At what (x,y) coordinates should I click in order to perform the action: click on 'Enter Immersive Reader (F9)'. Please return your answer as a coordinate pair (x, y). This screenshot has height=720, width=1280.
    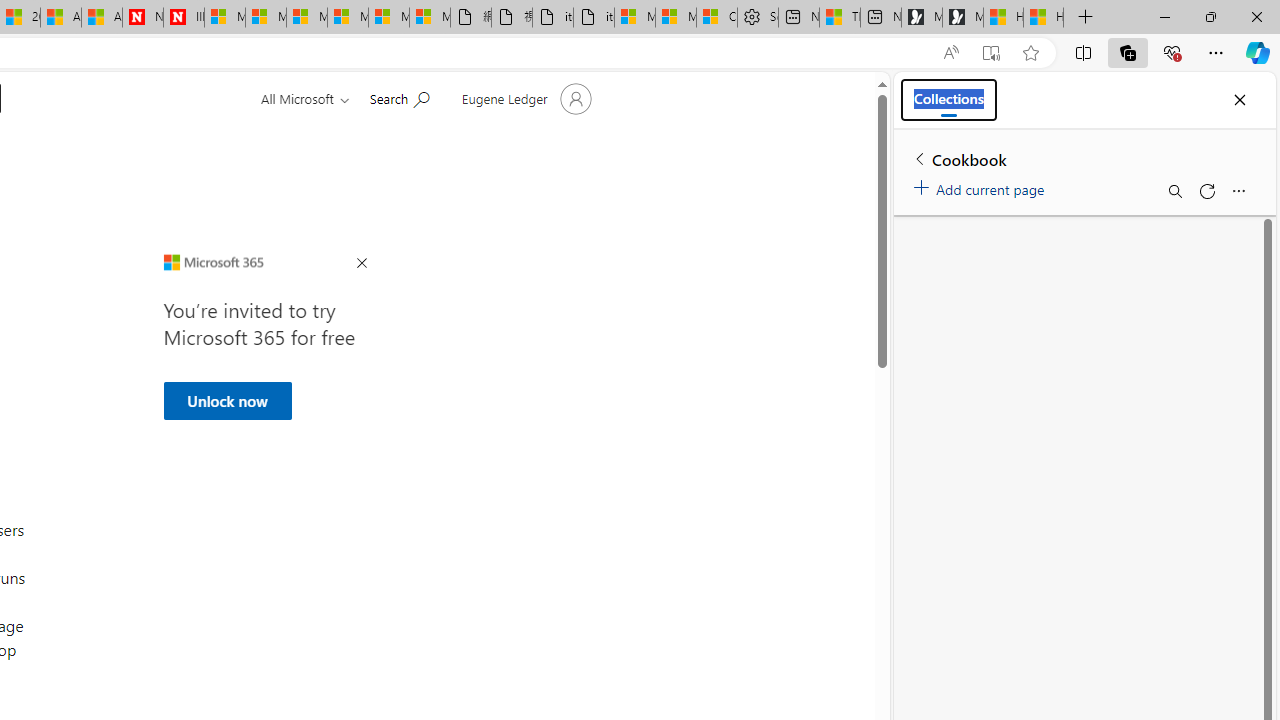
    Looking at the image, I should click on (991, 52).